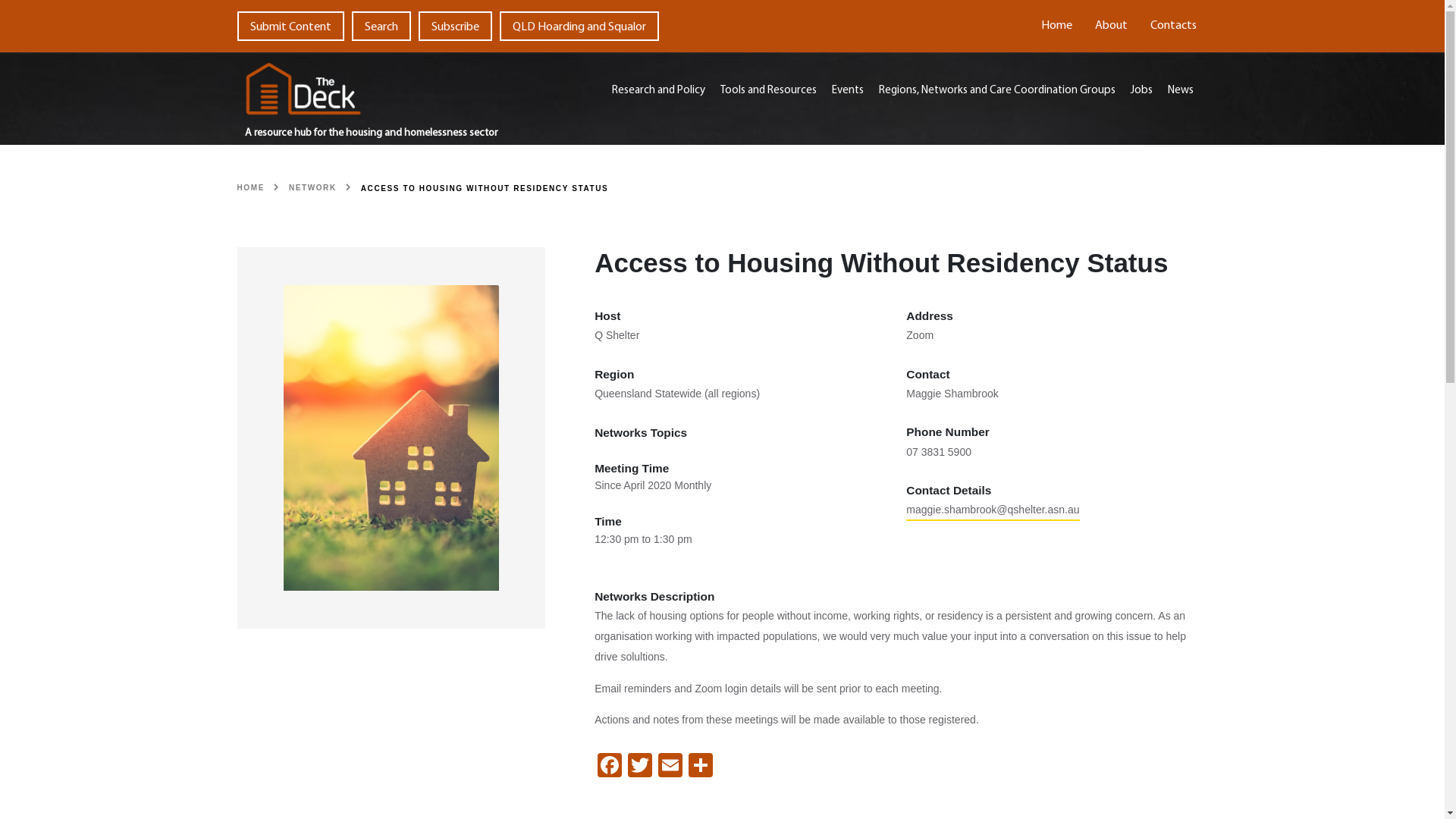 The height and width of the screenshot is (819, 1456). What do you see at coordinates (699, 767) in the screenshot?
I see `'Share'` at bounding box center [699, 767].